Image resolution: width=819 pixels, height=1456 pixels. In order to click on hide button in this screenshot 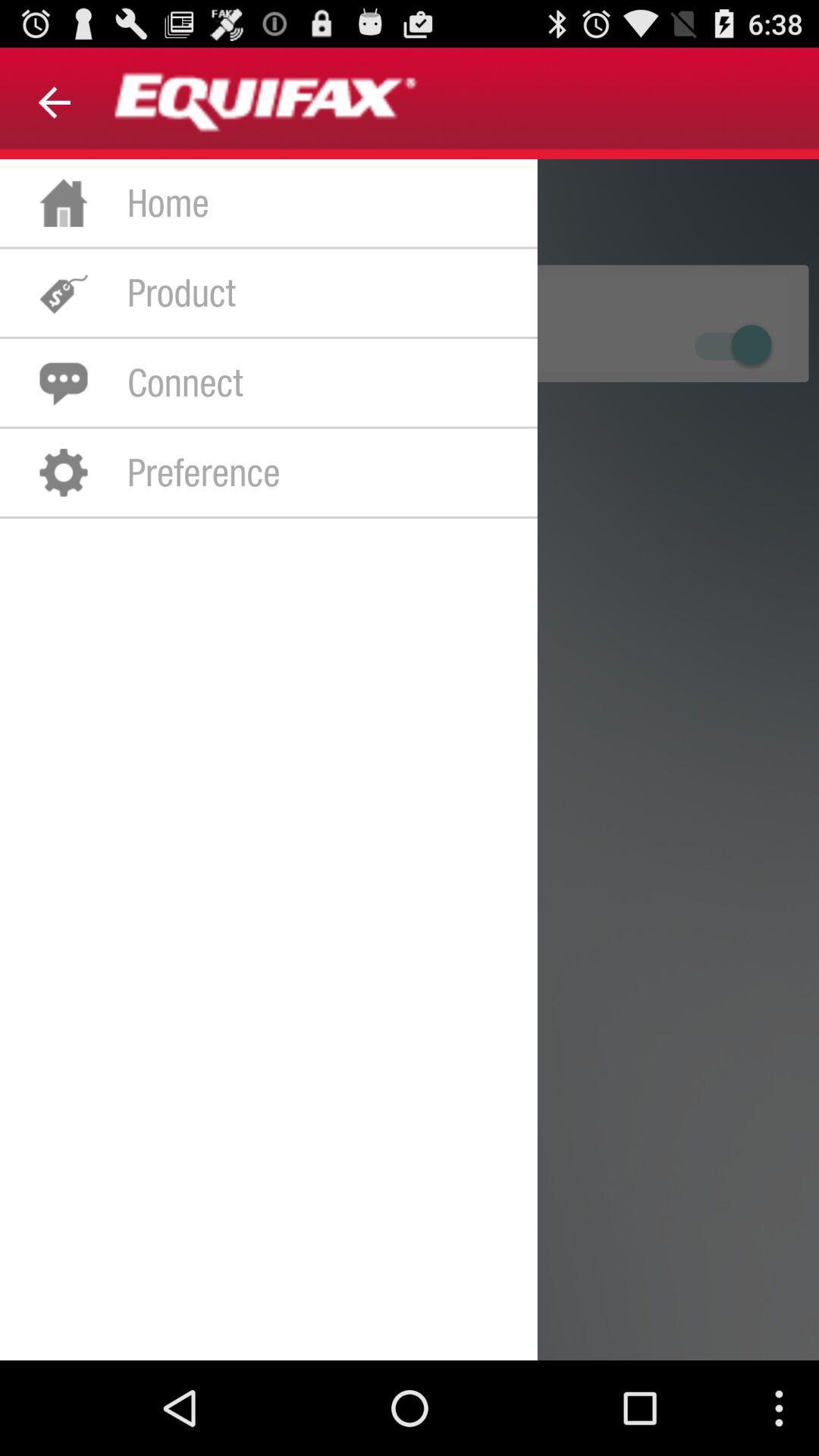, I will do `click(730, 344)`.